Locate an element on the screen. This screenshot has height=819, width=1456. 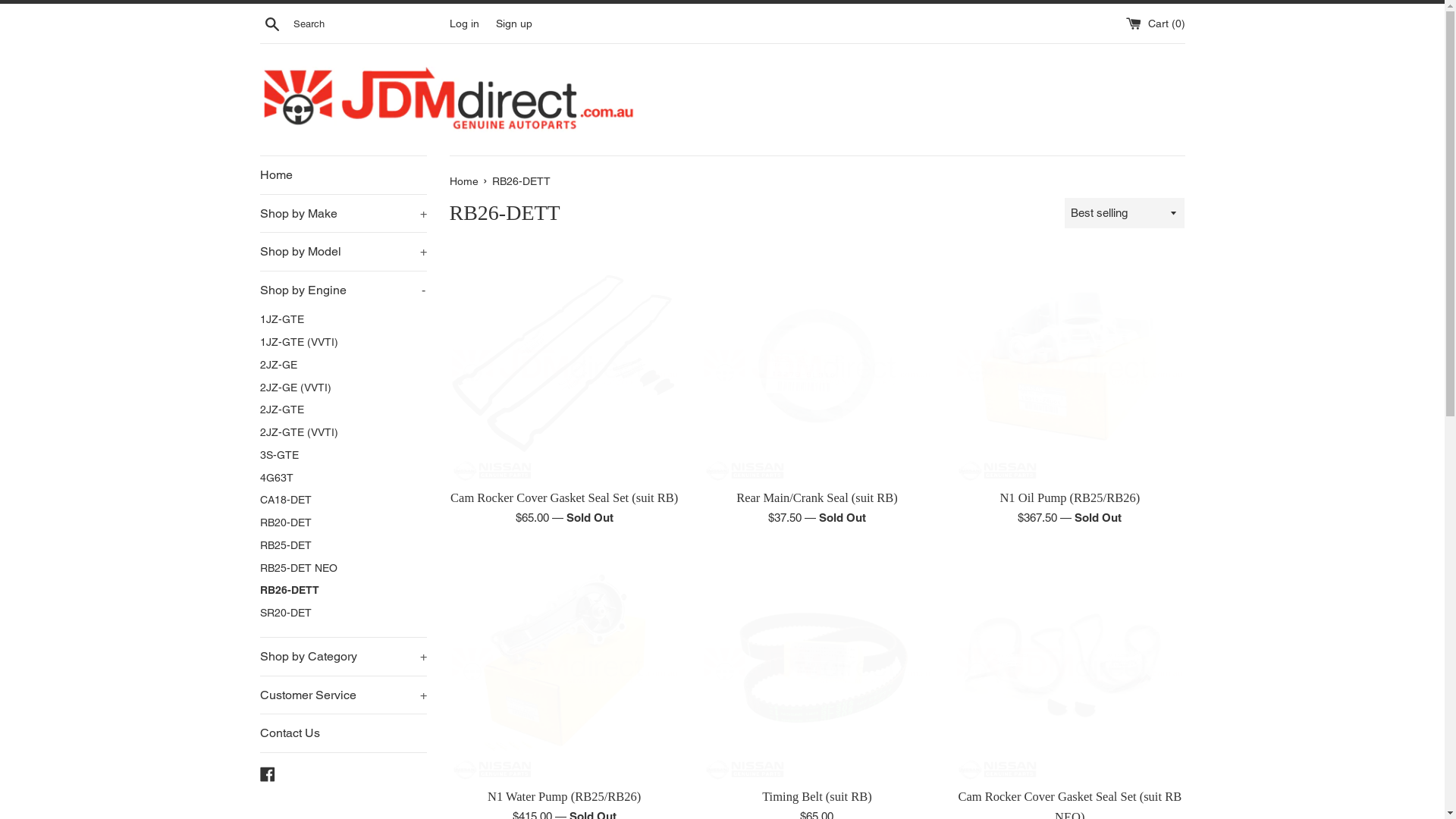
'Cam Rocker Cover Gasket Seal Set (suit RB)' is located at coordinates (563, 497).